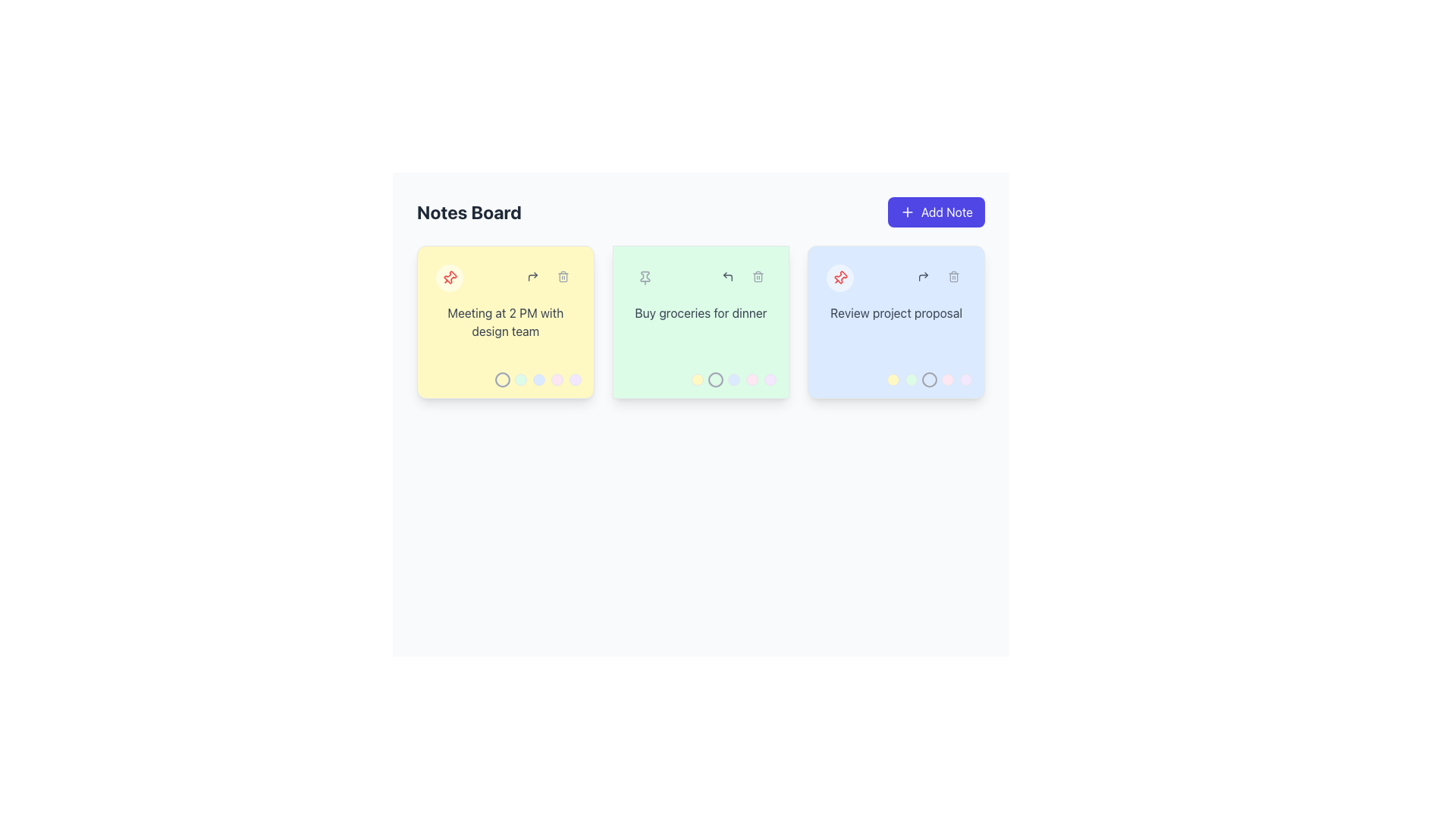  What do you see at coordinates (449, 278) in the screenshot?
I see `the button located in the top-left corner of the first note widget to pin or unpin the associated note for emphasis or priority` at bounding box center [449, 278].